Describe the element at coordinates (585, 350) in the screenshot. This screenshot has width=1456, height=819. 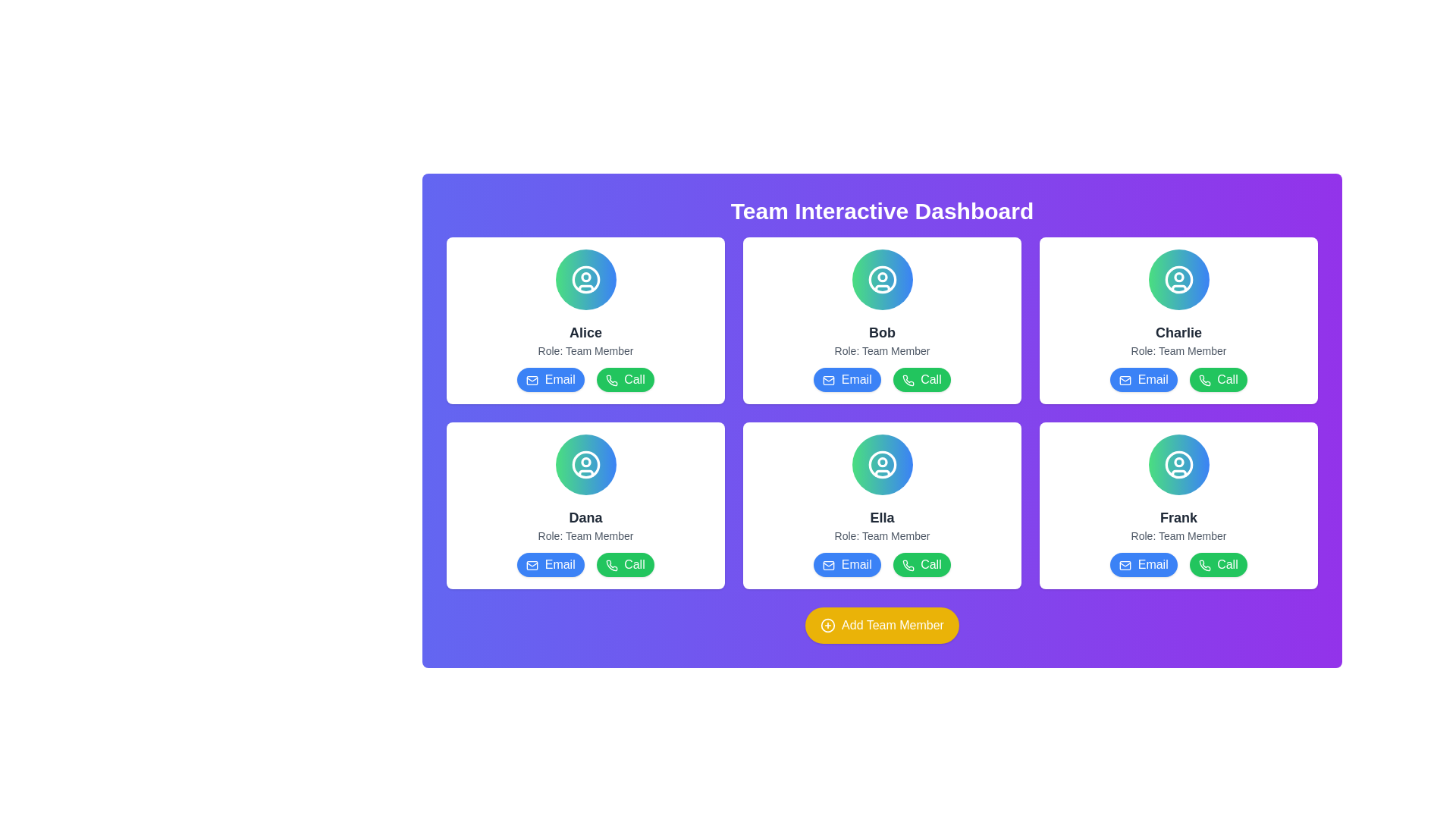
I see `the label that describes the role information for the team member 'Alice', which is positioned directly beneath the 'Alice' text and above the 'Email' and 'Call' buttons` at that location.